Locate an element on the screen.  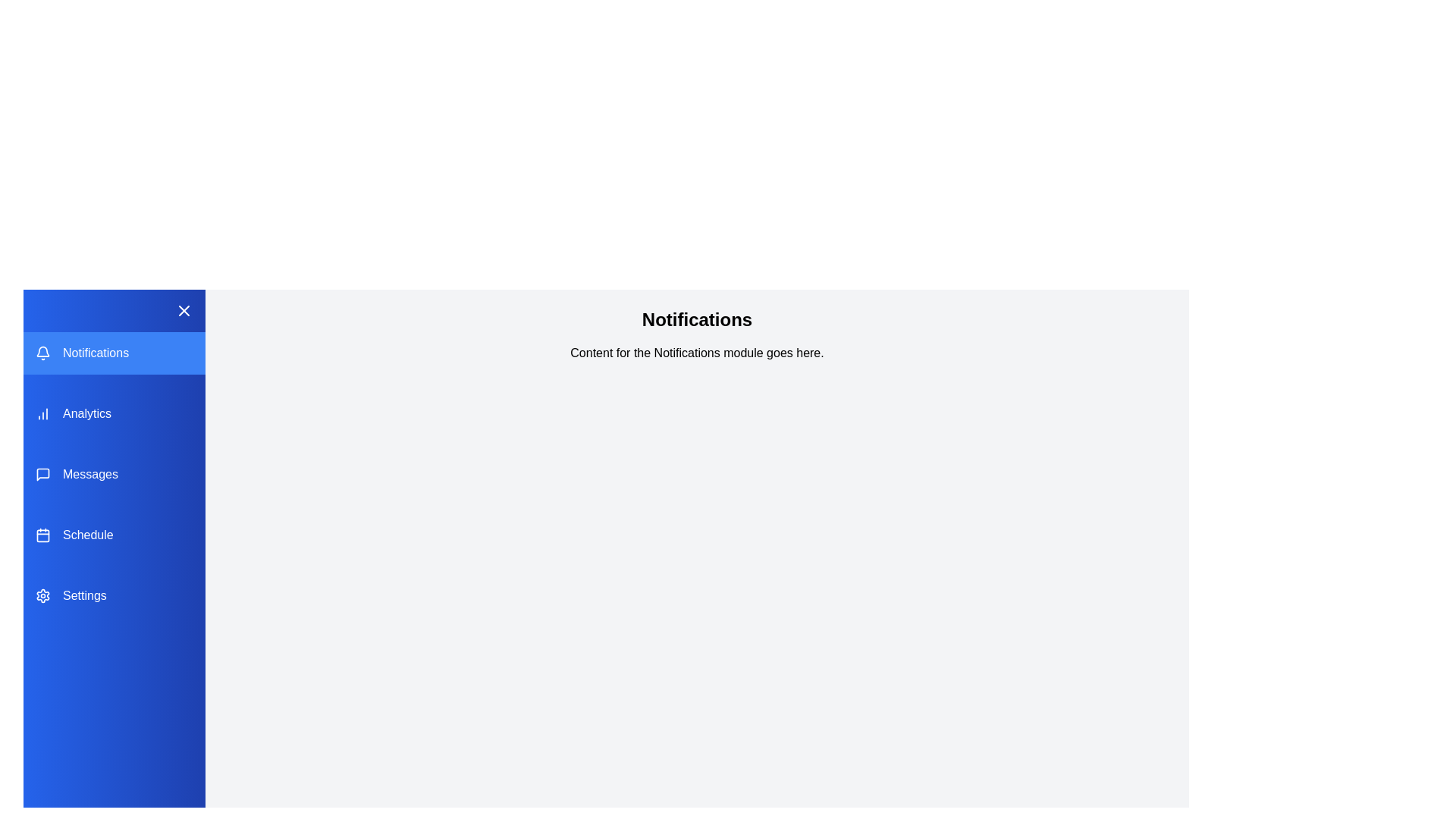
the close button in the sidebar to toggle its visibility is located at coordinates (184, 309).